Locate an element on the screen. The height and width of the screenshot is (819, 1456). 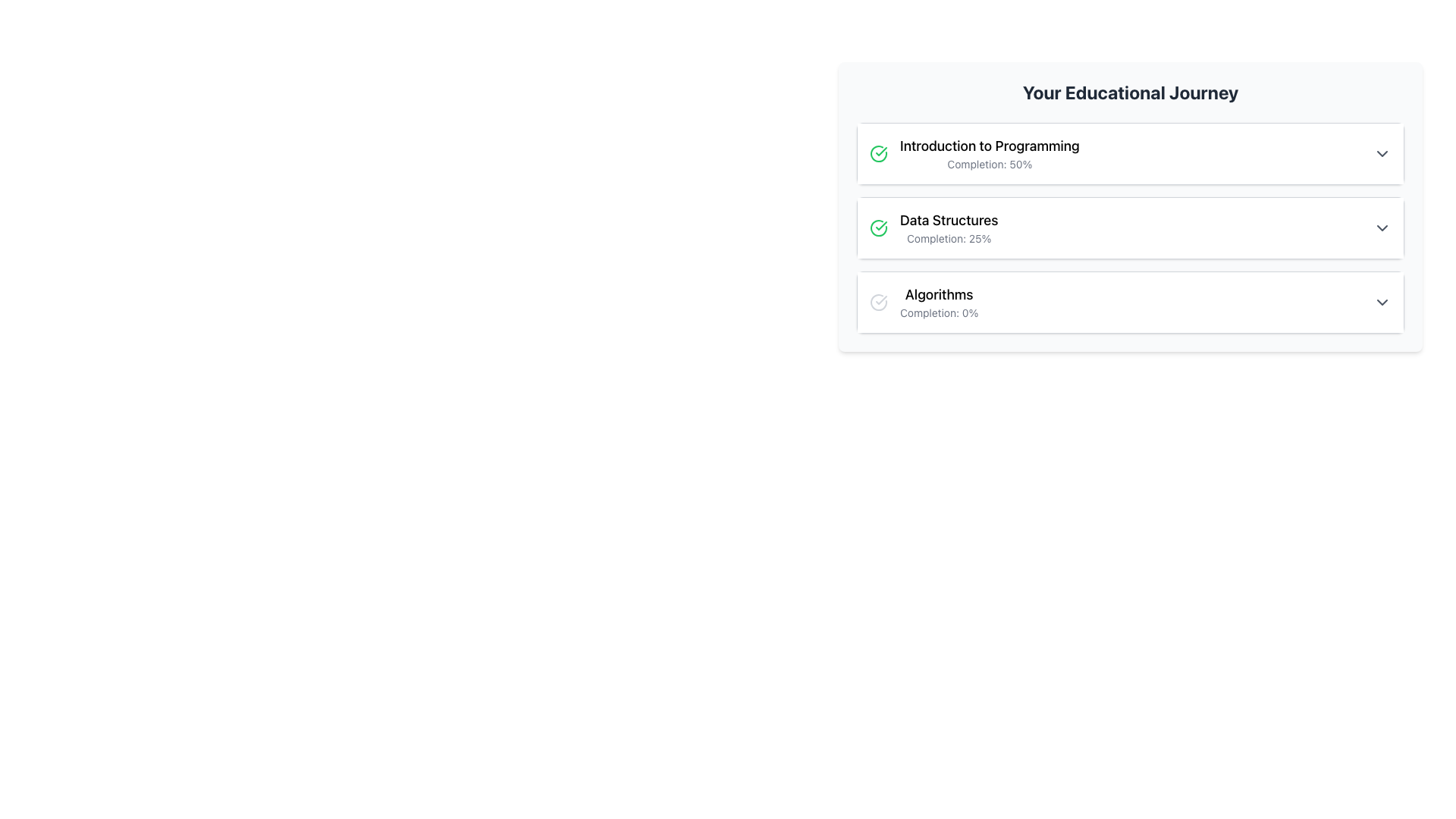
the 'Data Structures' course module list item, which includes a text label, progress indicator, and an icon is located at coordinates (932, 227).